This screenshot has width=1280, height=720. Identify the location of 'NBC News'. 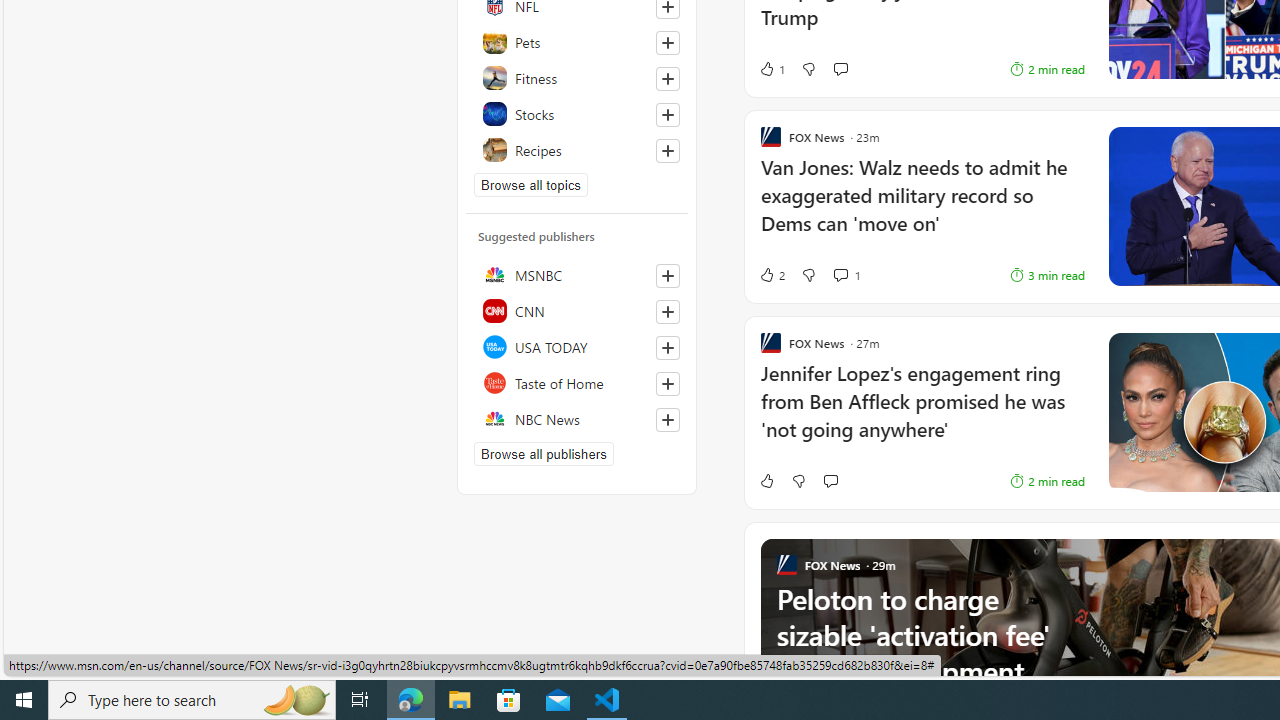
(576, 418).